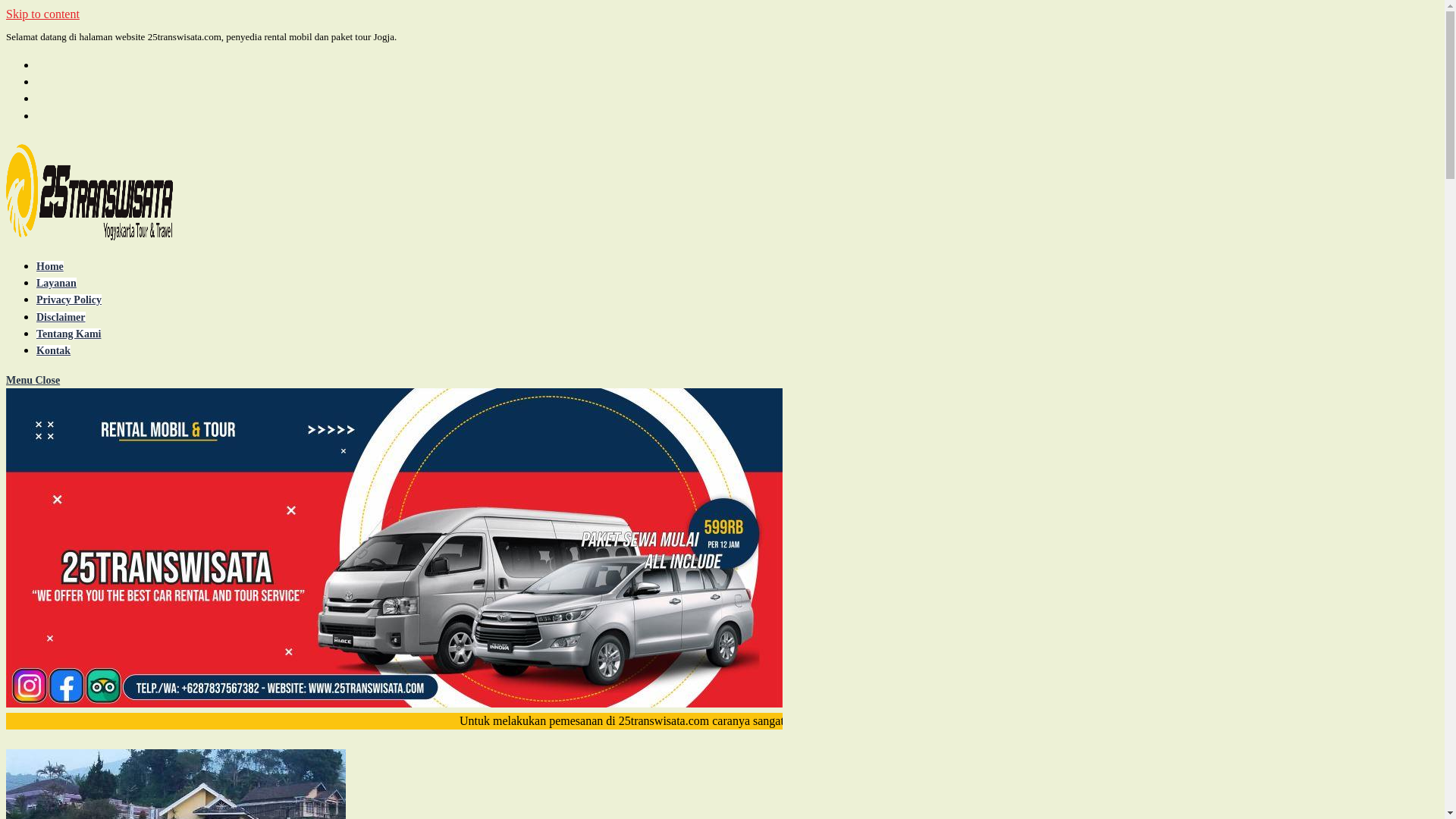  I want to click on 'Privacy Policy', so click(68, 300).